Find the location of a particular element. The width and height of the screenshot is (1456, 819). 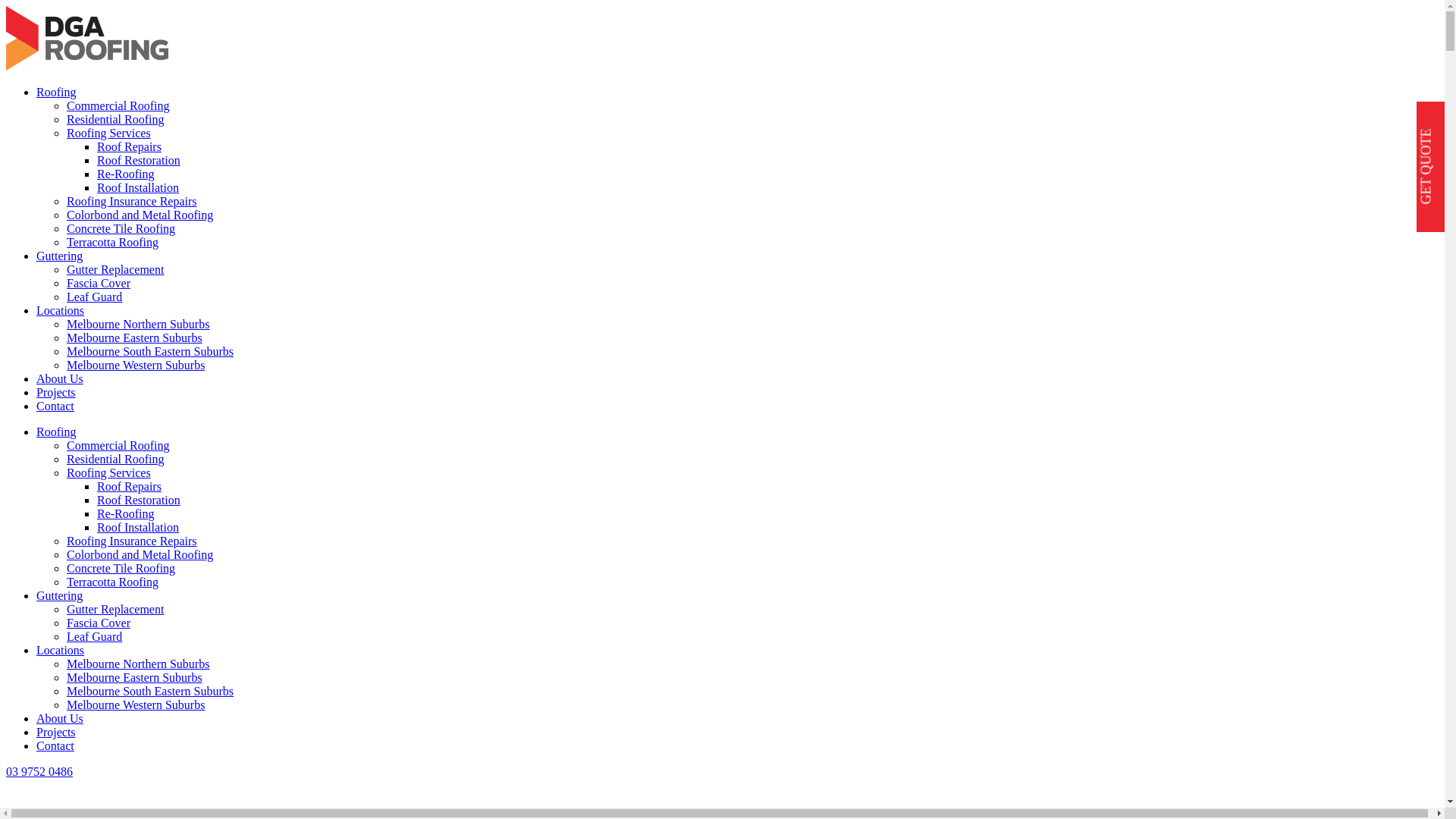

'Melbourne Eastern Suburbs' is located at coordinates (134, 676).